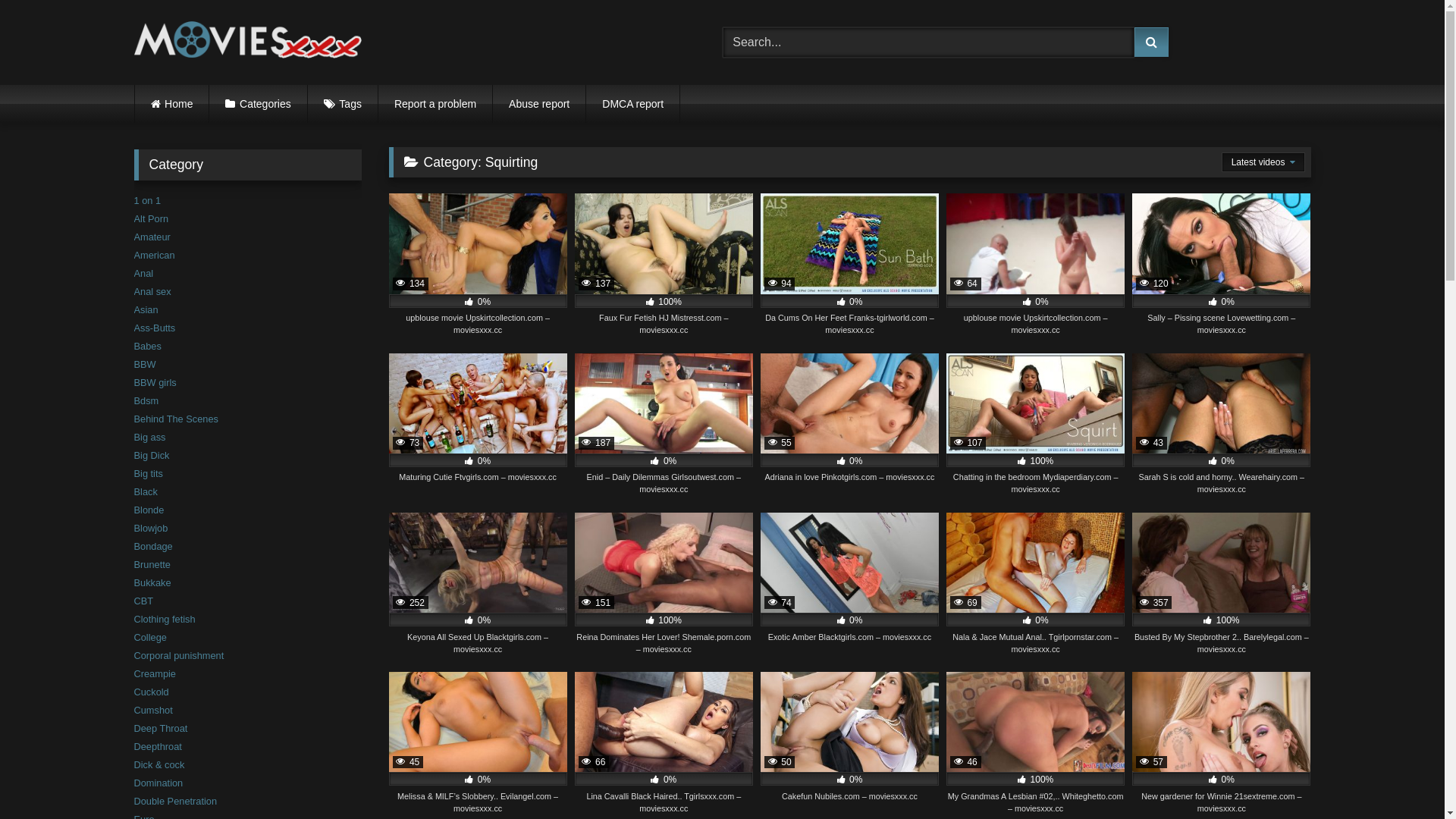 The image size is (1456, 819). I want to click on 'DMCA report', so click(632, 103).